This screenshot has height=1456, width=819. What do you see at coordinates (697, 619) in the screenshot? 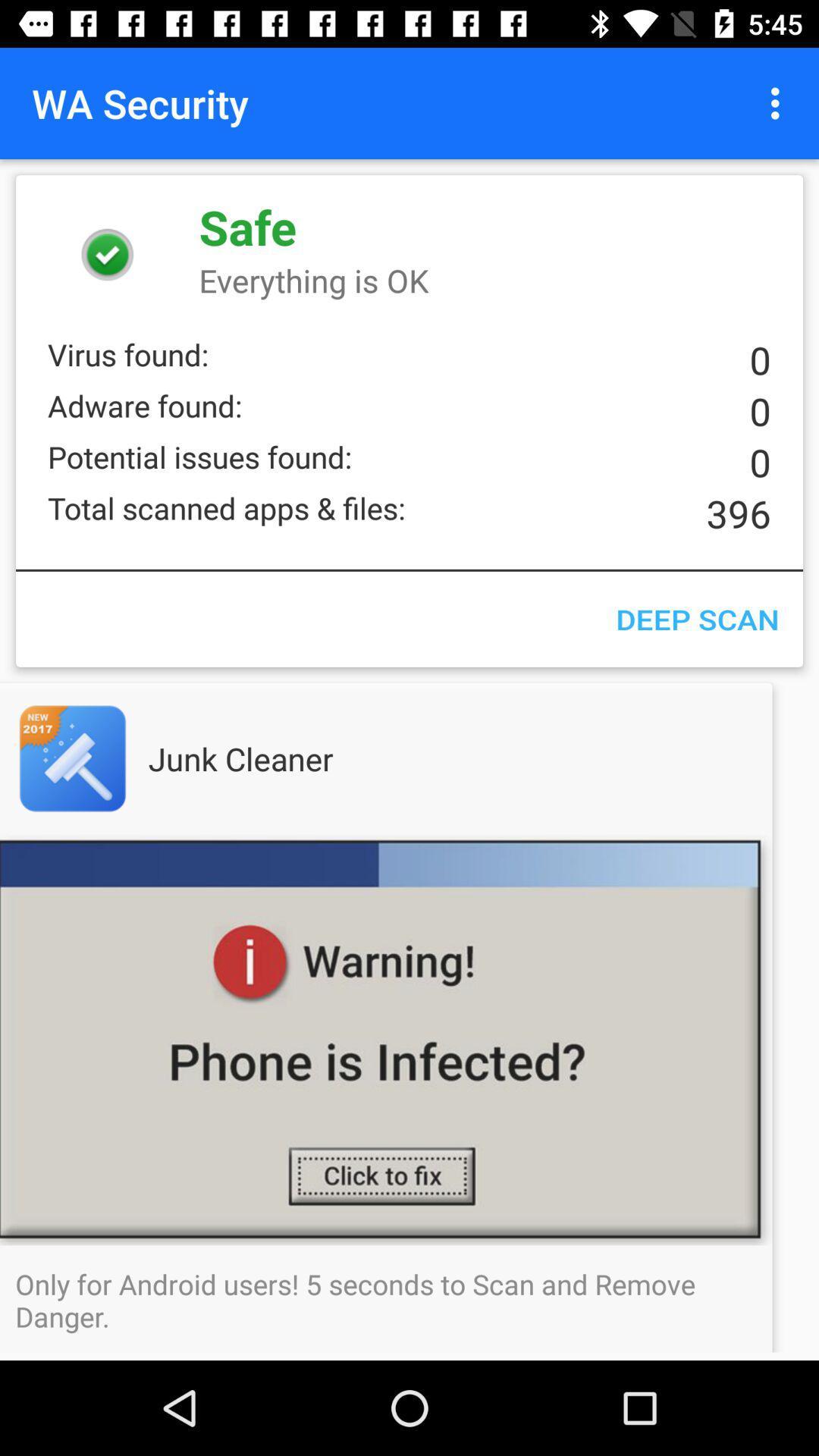
I see `the deep scan icon` at bounding box center [697, 619].